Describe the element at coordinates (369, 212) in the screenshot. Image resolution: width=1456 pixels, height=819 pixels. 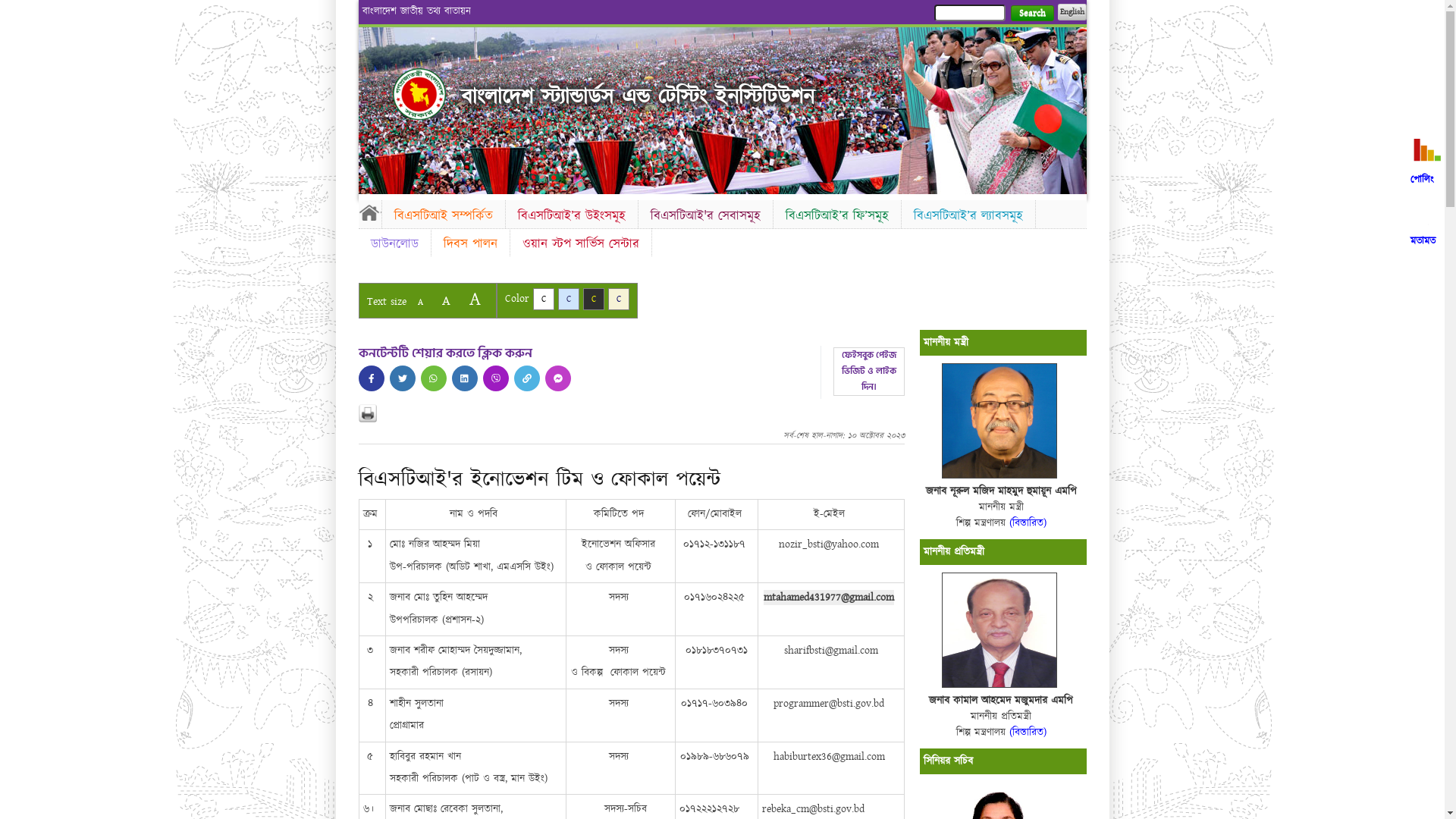
I see `'Home'` at that location.